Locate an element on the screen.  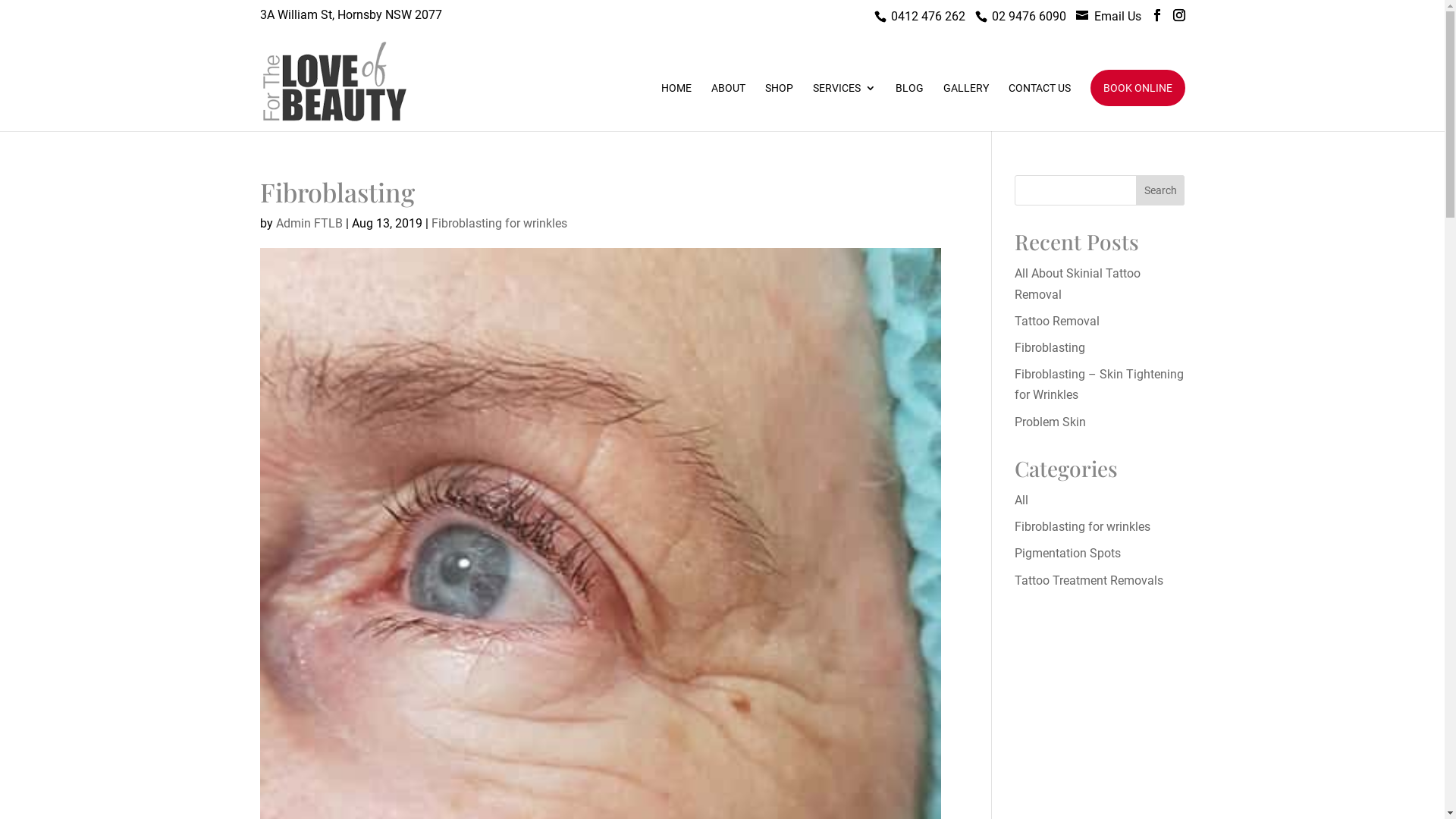
'Email Us' is located at coordinates (1117, 16).